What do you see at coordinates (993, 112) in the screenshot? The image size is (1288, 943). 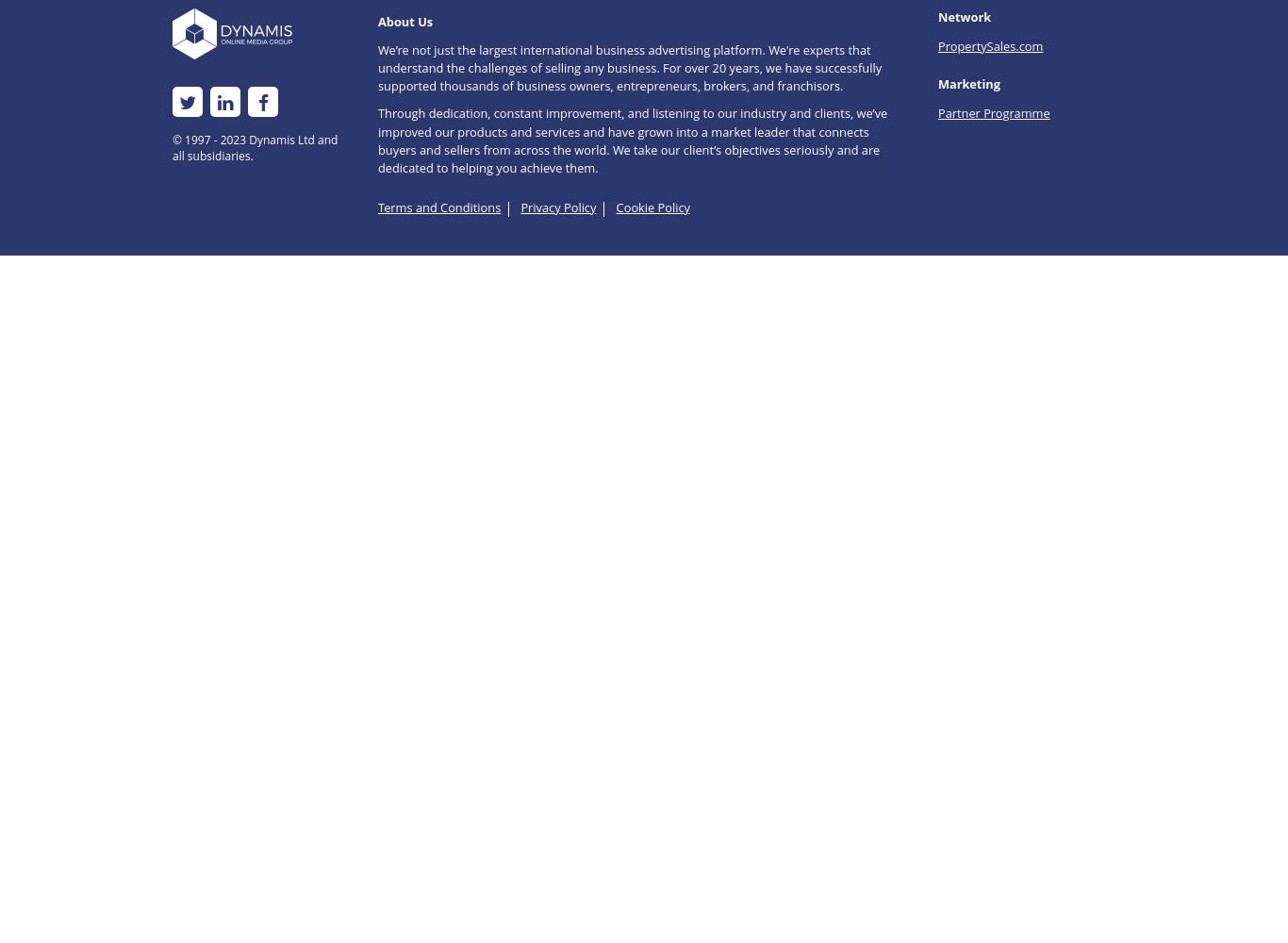 I see `'Partner Programme'` at bounding box center [993, 112].